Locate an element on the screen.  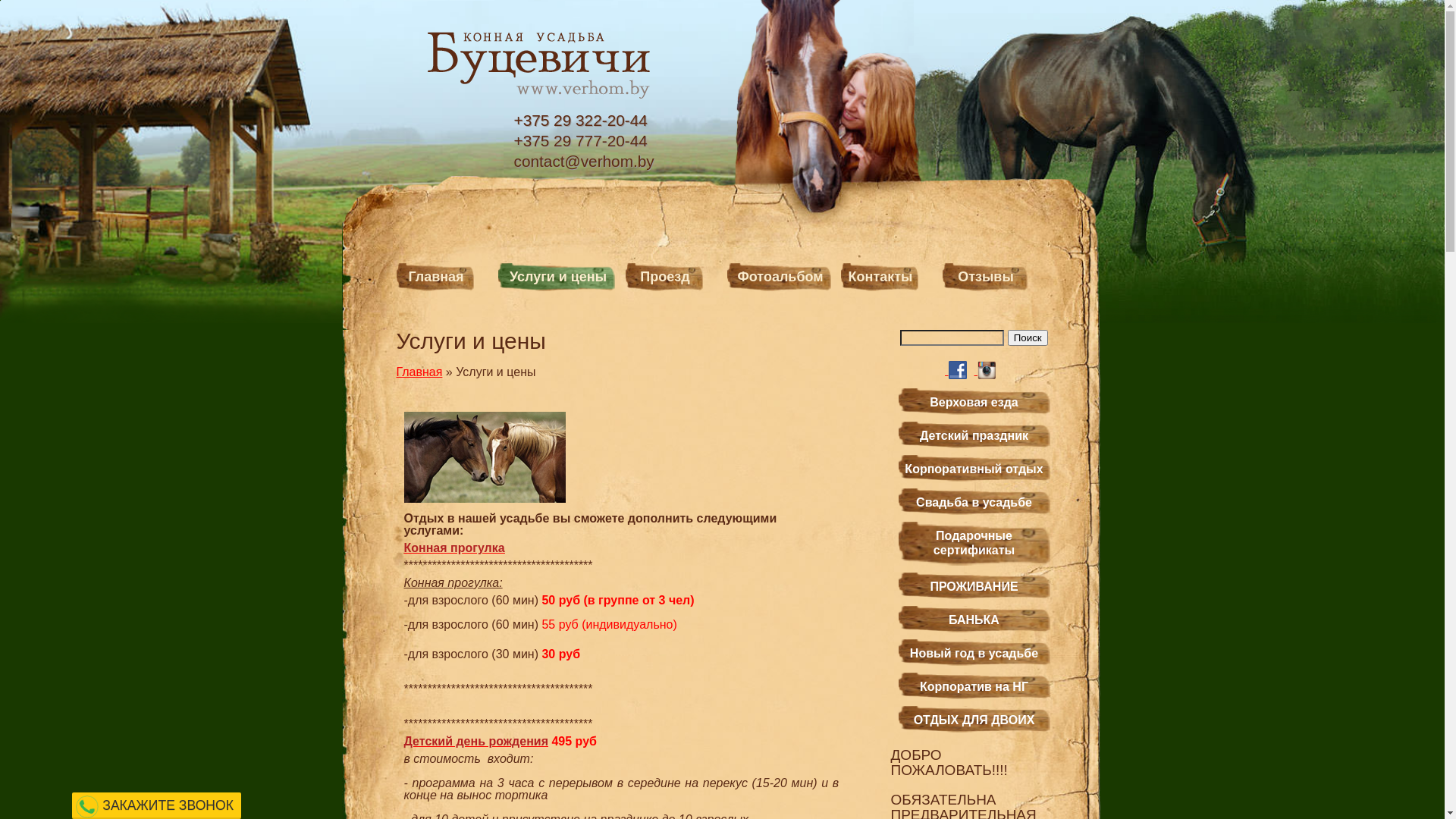
'facebook.com/konnayausadba' is located at coordinates (946, 370).